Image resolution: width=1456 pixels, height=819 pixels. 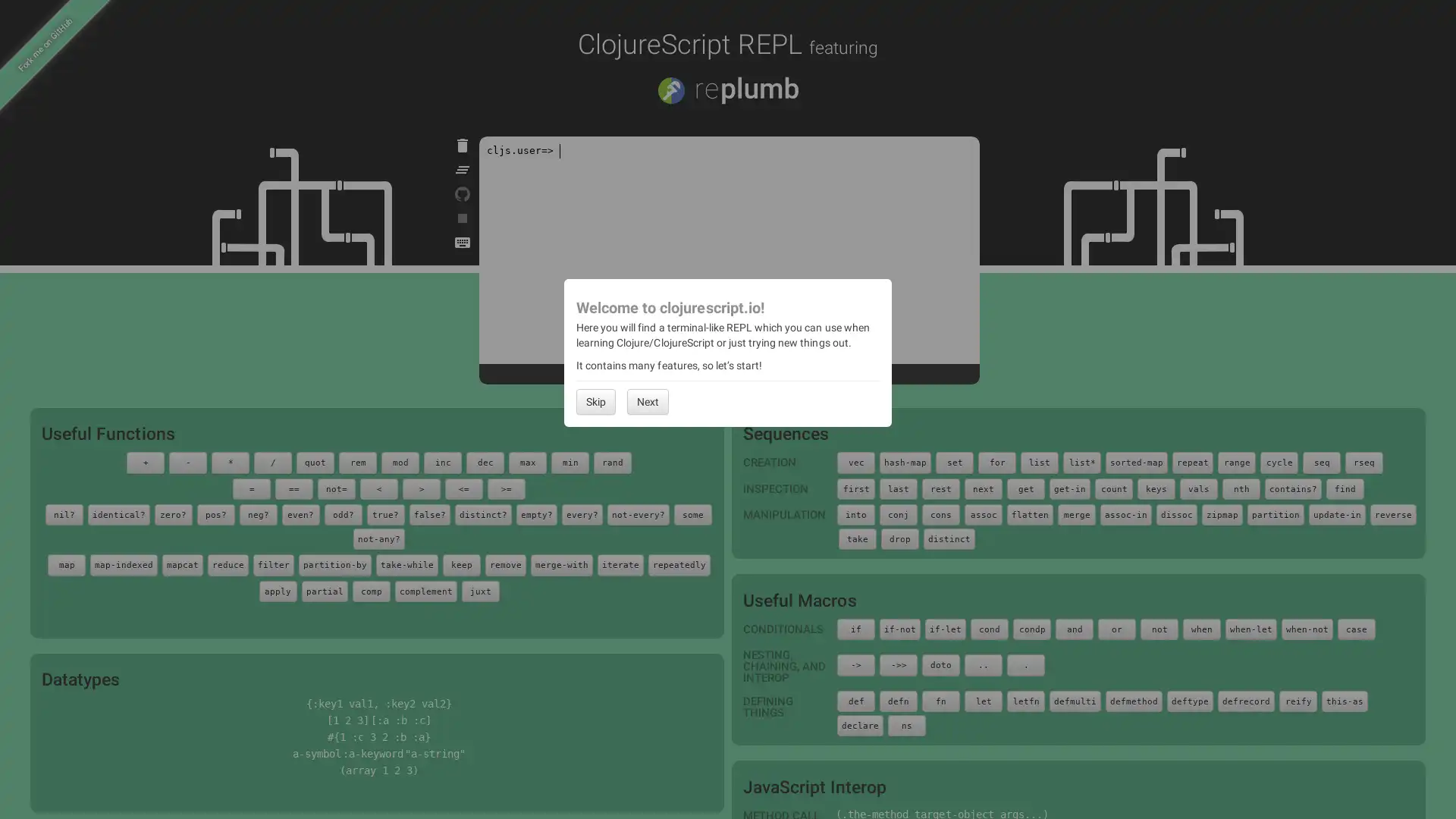 What do you see at coordinates (620, 564) in the screenshot?
I see `iterate` at bounding box center [620, 564].